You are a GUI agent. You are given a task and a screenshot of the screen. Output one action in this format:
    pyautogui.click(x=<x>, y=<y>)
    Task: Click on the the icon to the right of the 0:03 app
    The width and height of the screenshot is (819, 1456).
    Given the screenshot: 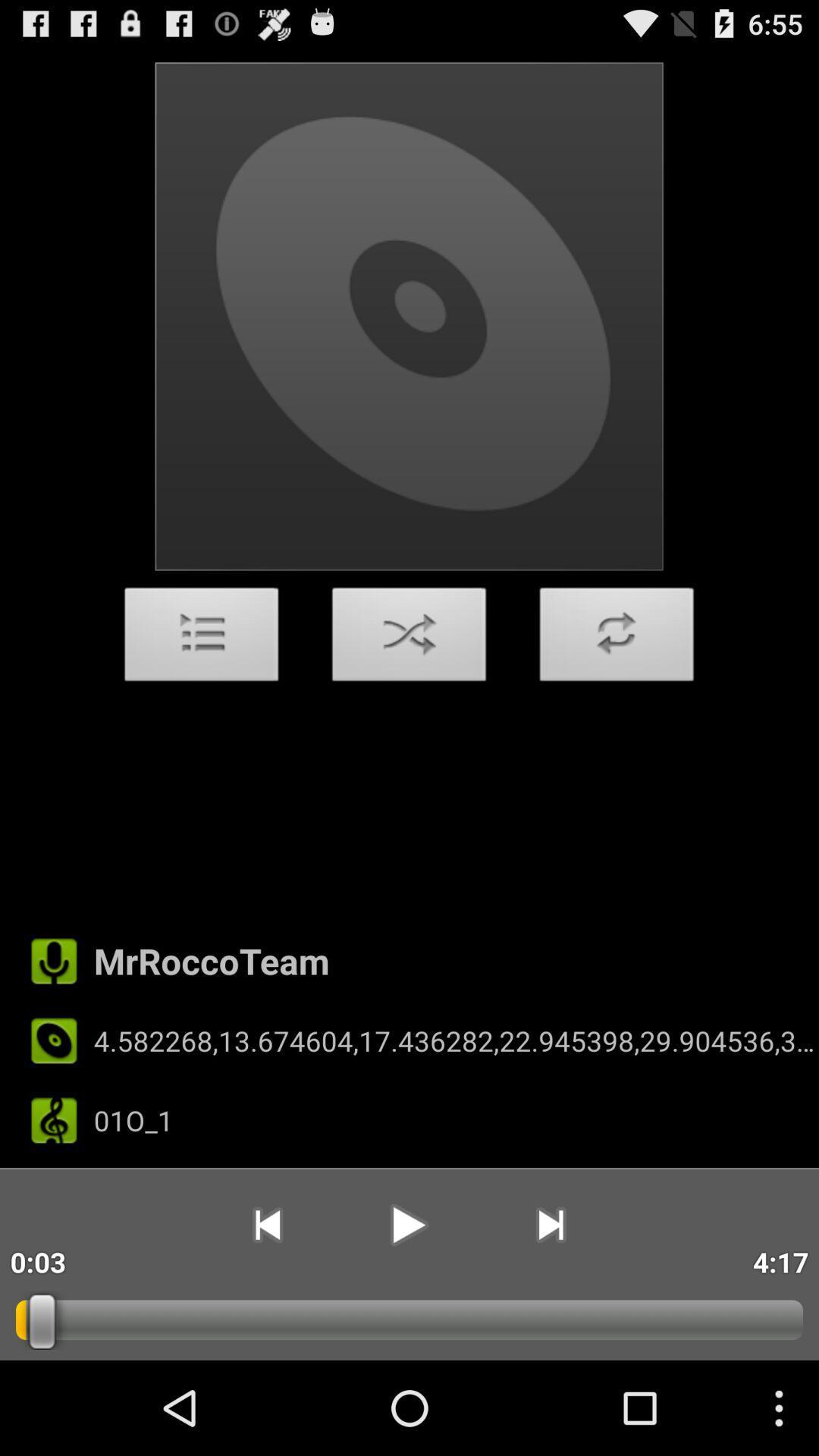 What is the action you would take?
    pyautogui.click(x=266, y=1225)
    